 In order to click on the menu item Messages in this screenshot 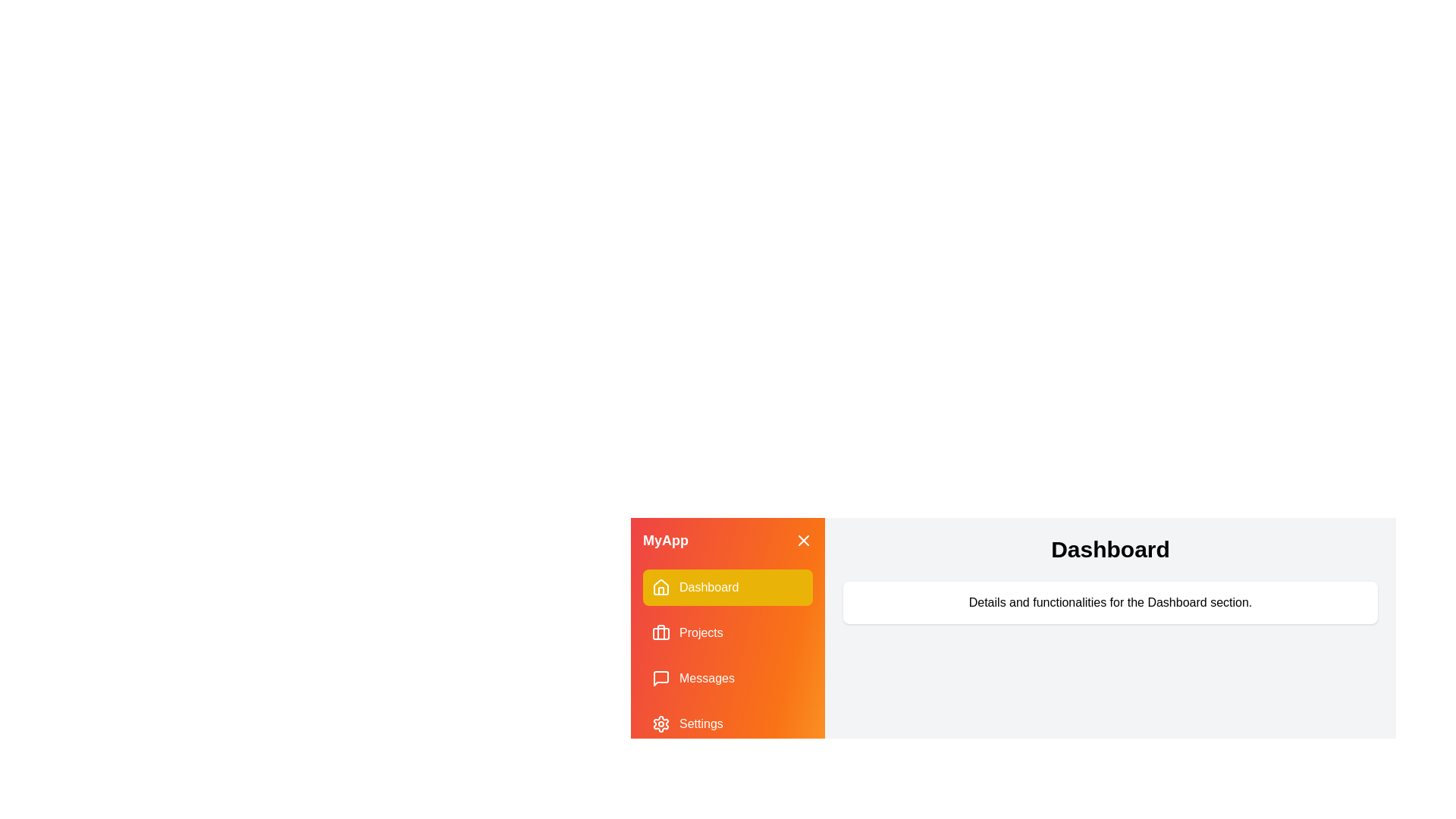, I will do `click(728, 677)`.